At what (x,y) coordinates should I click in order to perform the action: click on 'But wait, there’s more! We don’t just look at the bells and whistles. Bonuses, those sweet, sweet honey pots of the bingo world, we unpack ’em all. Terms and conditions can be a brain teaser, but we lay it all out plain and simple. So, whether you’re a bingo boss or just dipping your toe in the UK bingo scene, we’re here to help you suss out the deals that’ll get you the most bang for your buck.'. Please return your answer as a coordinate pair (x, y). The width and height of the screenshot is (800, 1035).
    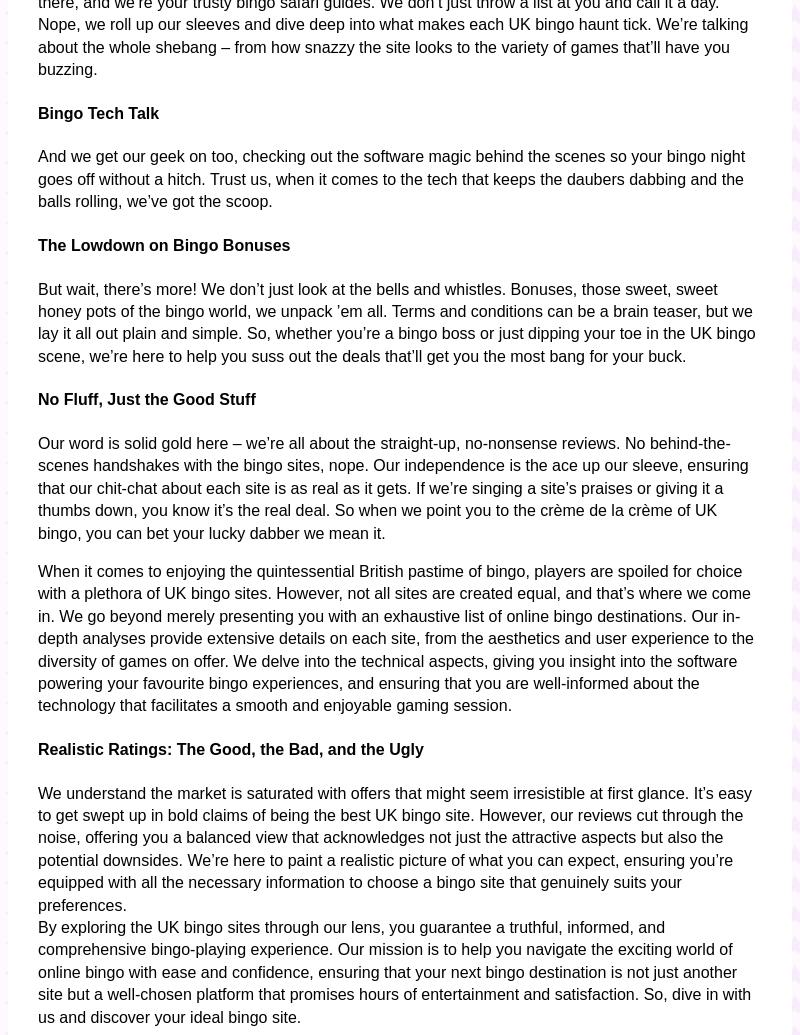
    Looking at the image, I should click on (395, 321).